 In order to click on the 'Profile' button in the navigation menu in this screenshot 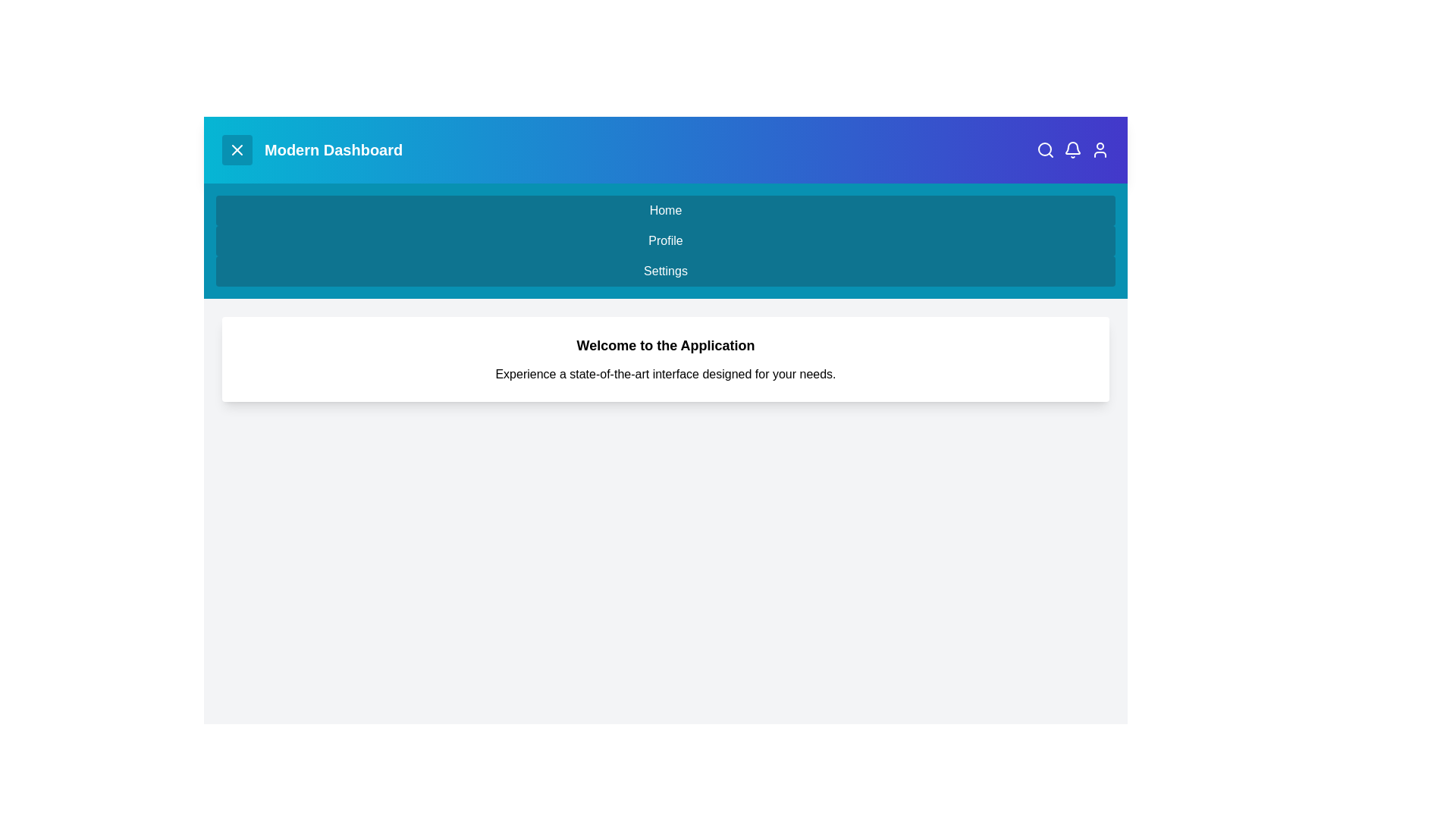, I will do `click(666, 240)`.